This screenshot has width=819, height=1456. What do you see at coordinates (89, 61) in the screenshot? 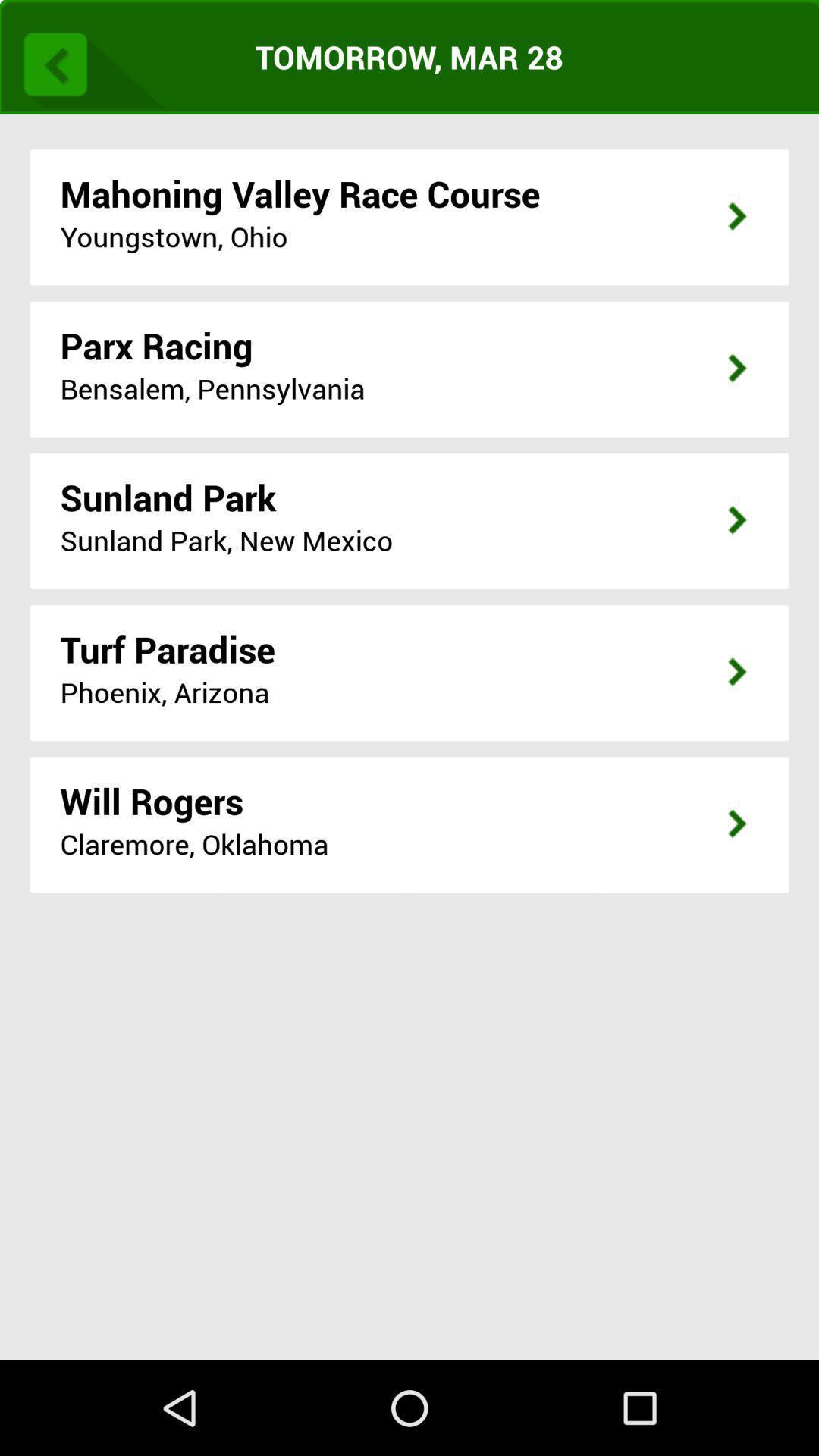
I see `the icon at the top left corner` at bounding box center [89, 61].